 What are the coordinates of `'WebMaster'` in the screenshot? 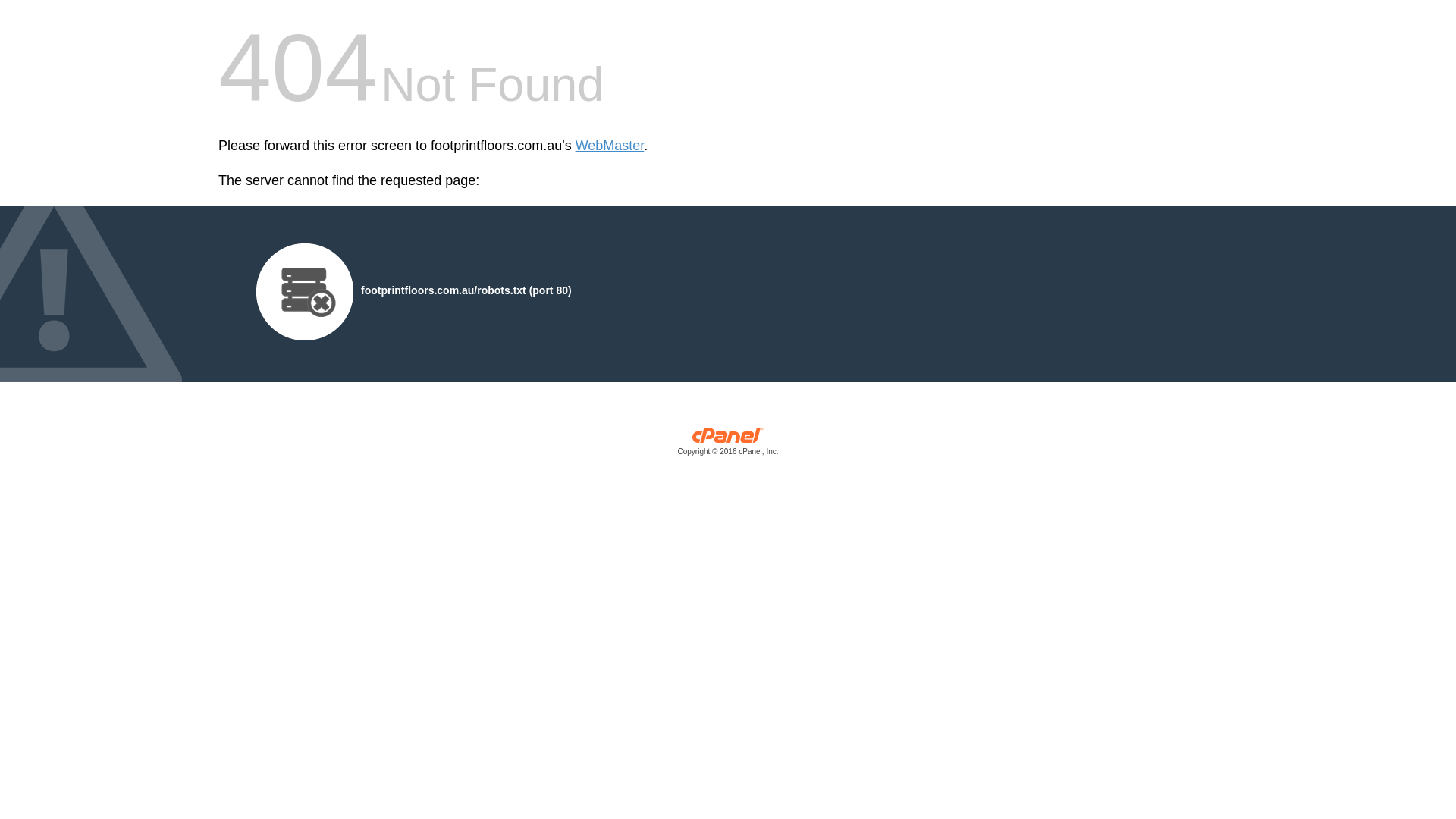 It's located at (610, 146).